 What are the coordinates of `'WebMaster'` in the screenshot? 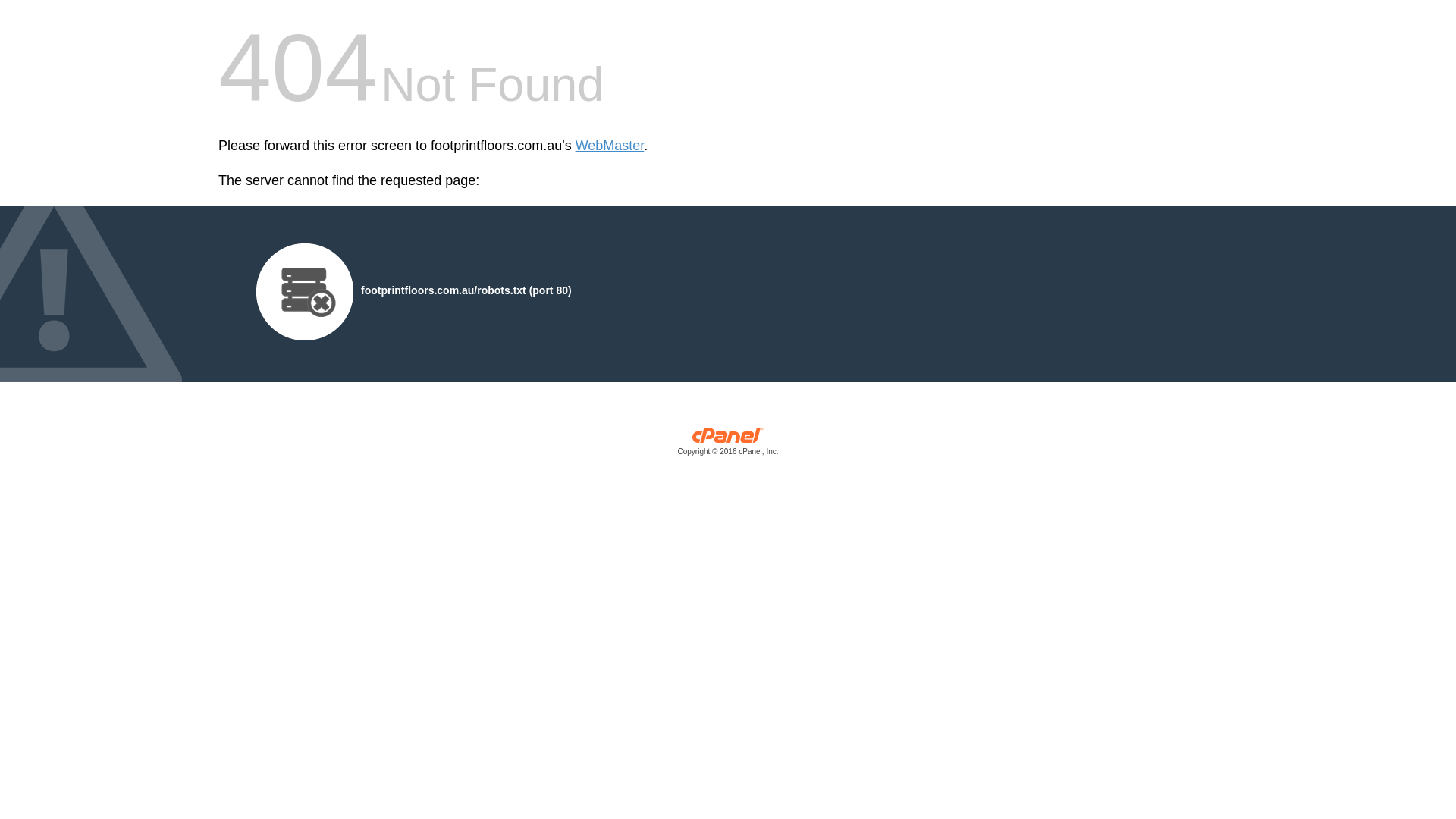 It's located at (610, 146).